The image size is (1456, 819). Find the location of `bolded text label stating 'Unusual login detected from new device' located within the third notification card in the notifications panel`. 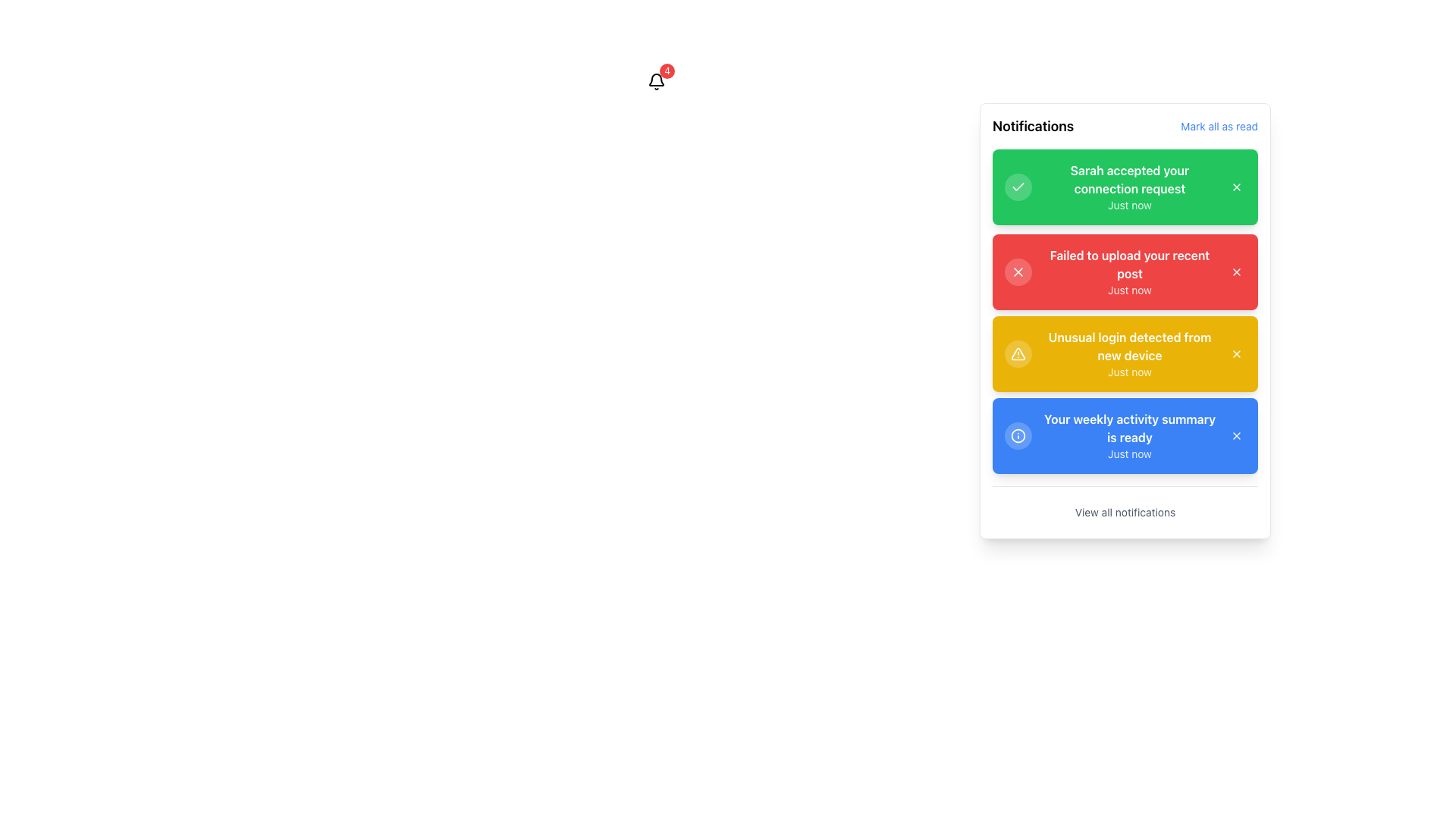

bolded text label stating 'Unusual login detected from new device' located within the third notification card in the notifications panel is located at coordinates (1129, 346).